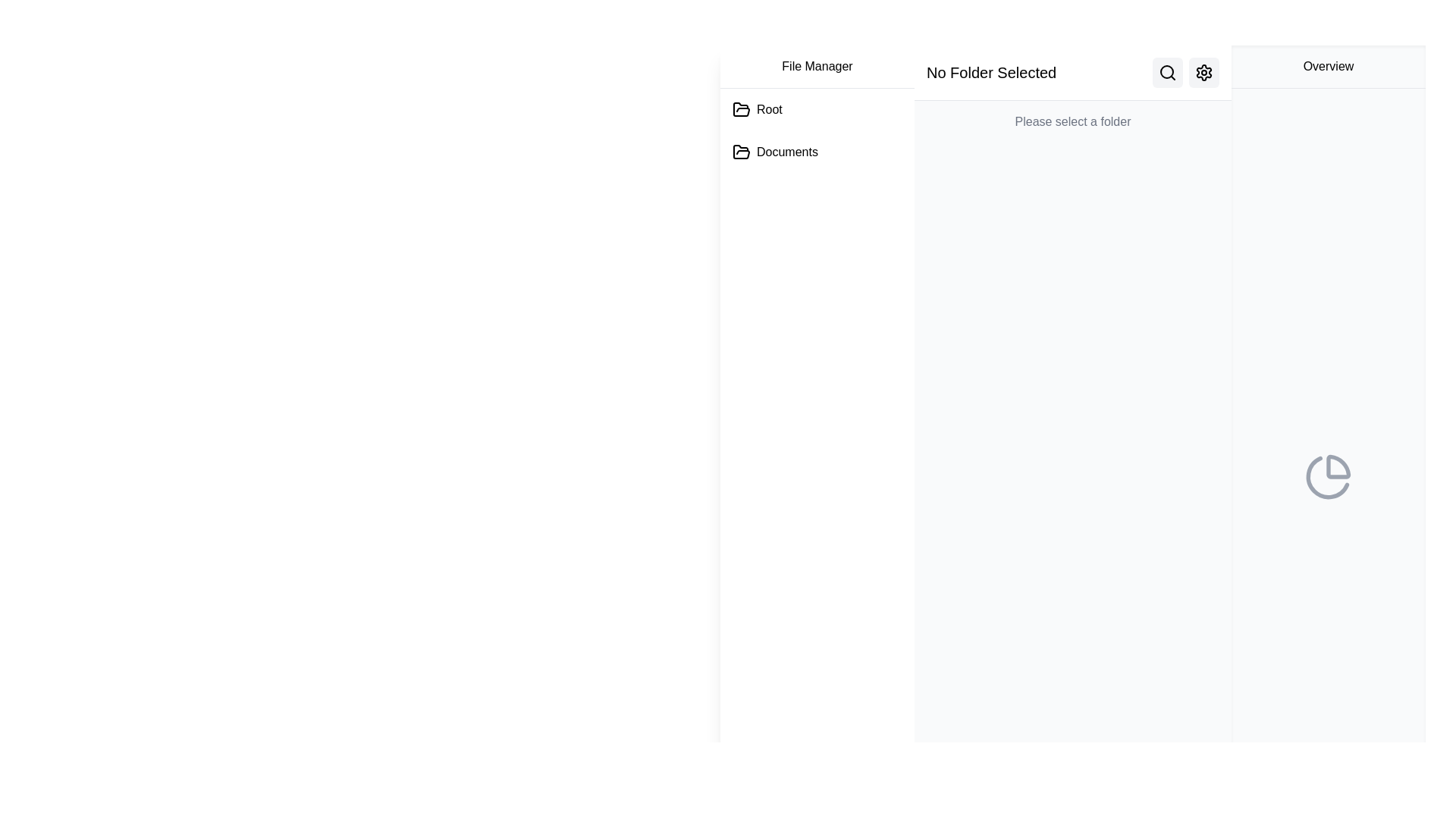  Describe the element at coordinates (1167, 73) in the screenshot. I see `the magnifying glass icon button located in the top-right section of the user interface` at that location.